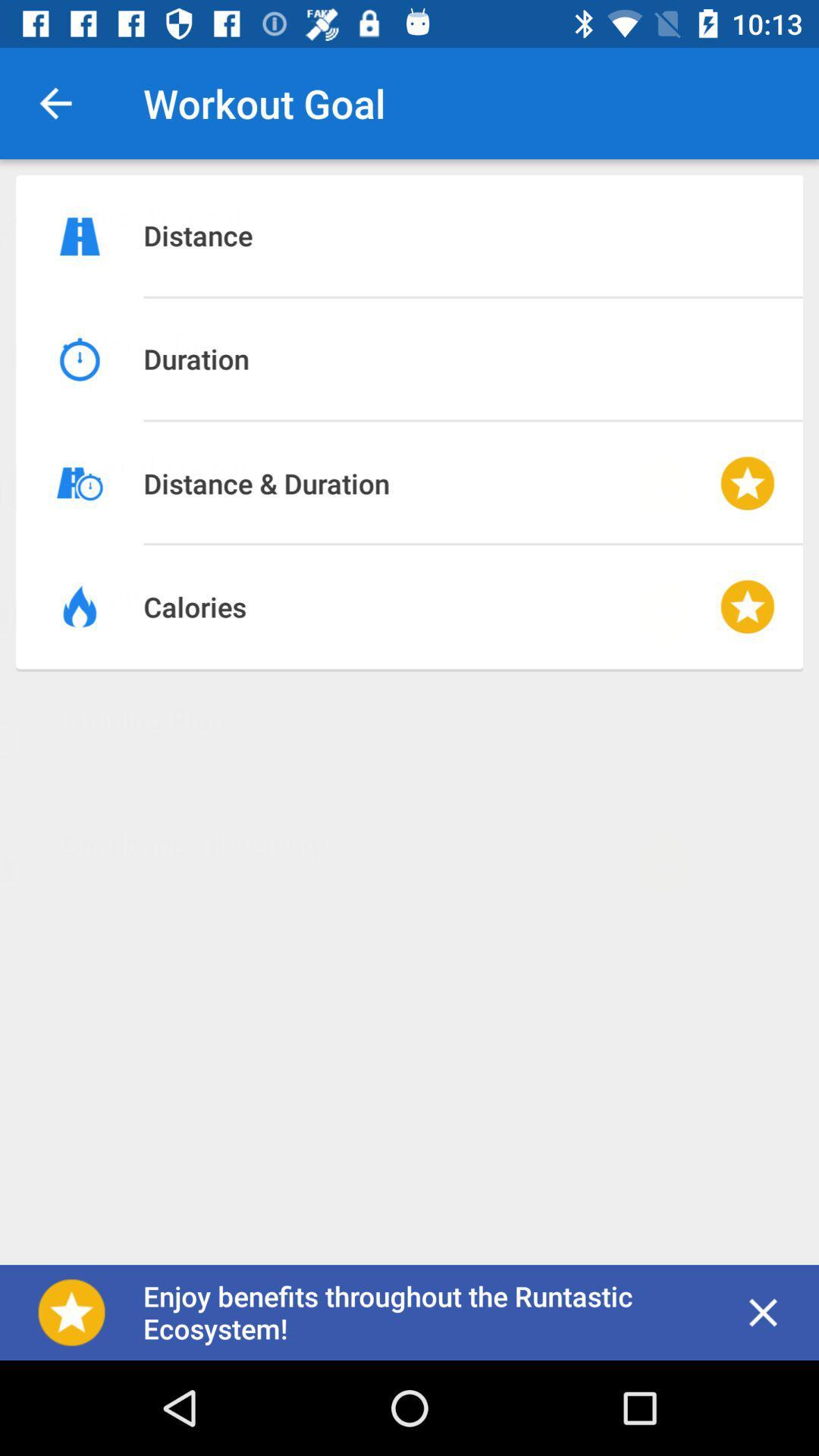 This screenshot has height=1456, width=819. What do you see at coordinates (763, 1312) in the screenshot?
I see `the close icon` at bounding box center [763, 1312].